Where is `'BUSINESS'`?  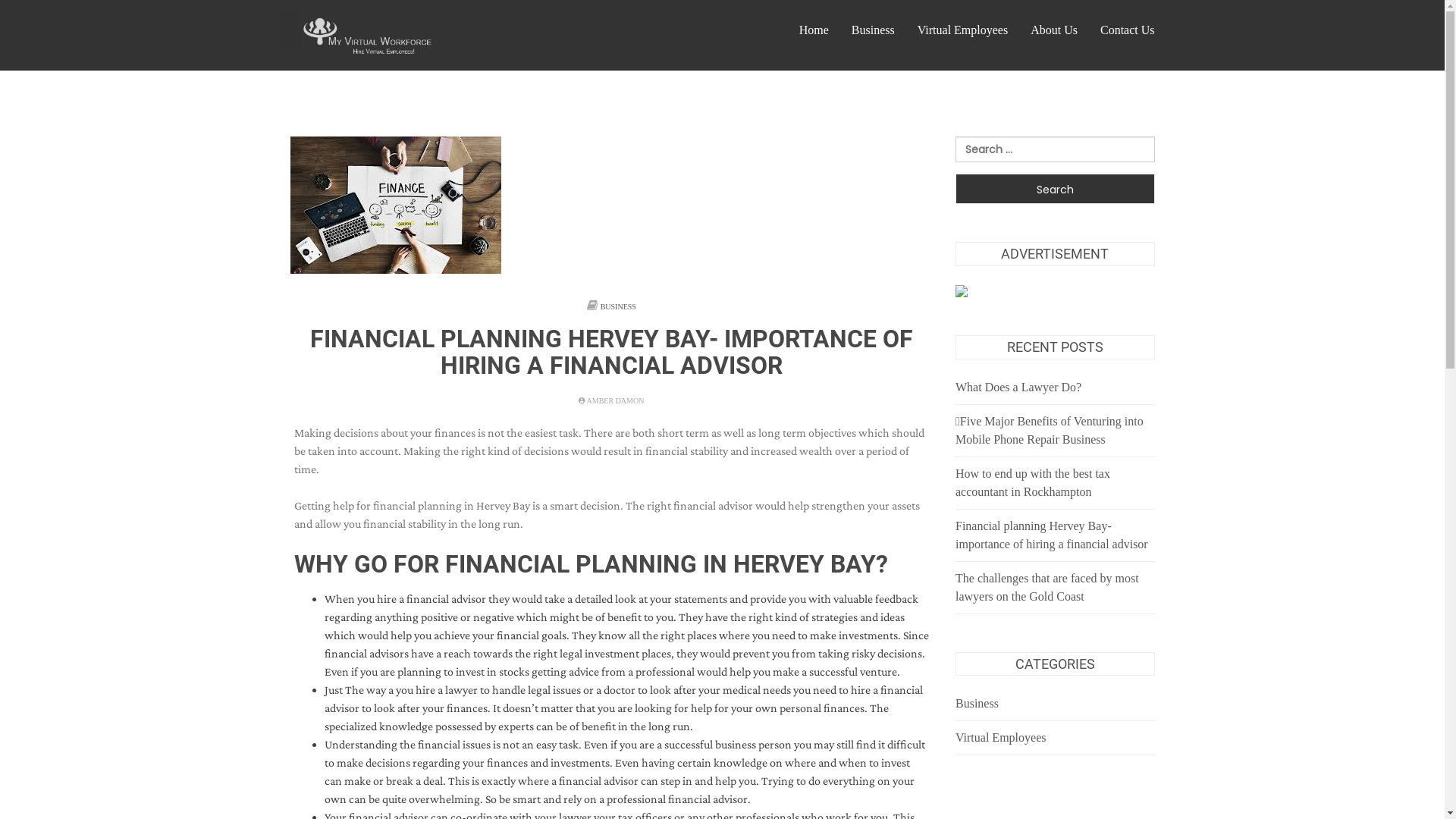 'BUSINESS' is located at coordinates (618, 306).